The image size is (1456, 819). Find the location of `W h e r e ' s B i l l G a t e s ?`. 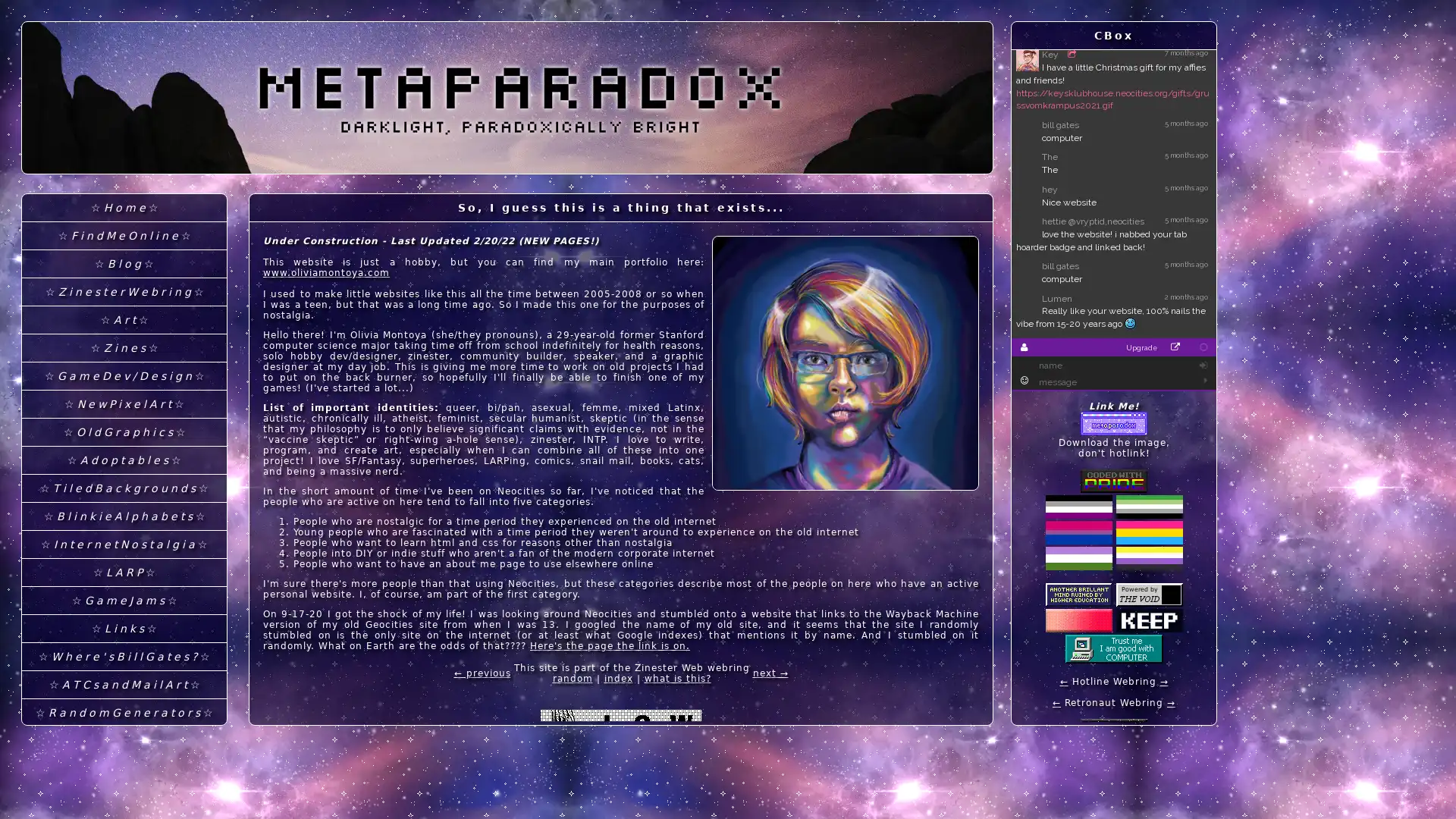

W h e r e ' s B i l l G a t e s ? is located at coordinates (124, 656).